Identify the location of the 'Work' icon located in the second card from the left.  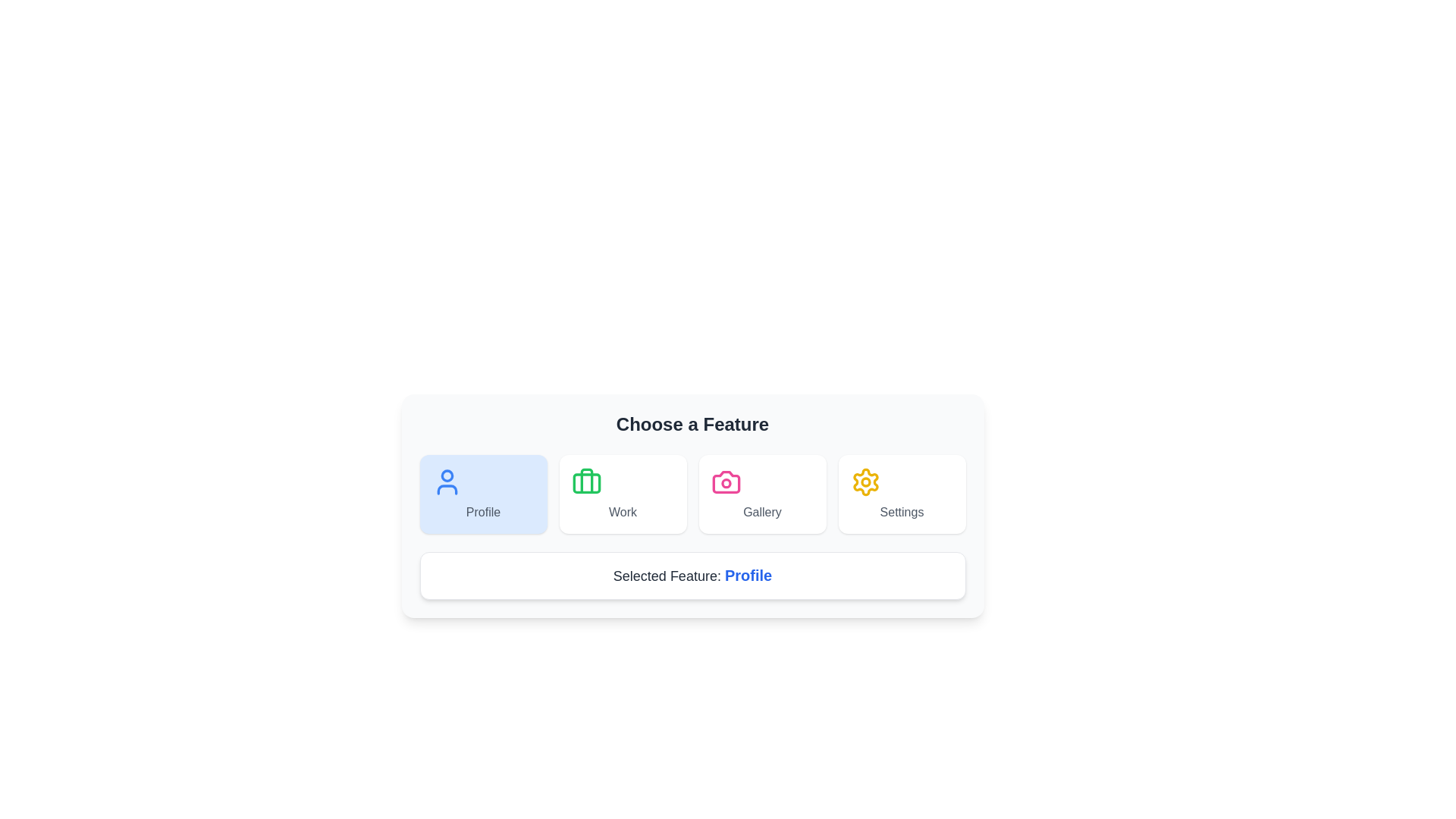
(585, 482).